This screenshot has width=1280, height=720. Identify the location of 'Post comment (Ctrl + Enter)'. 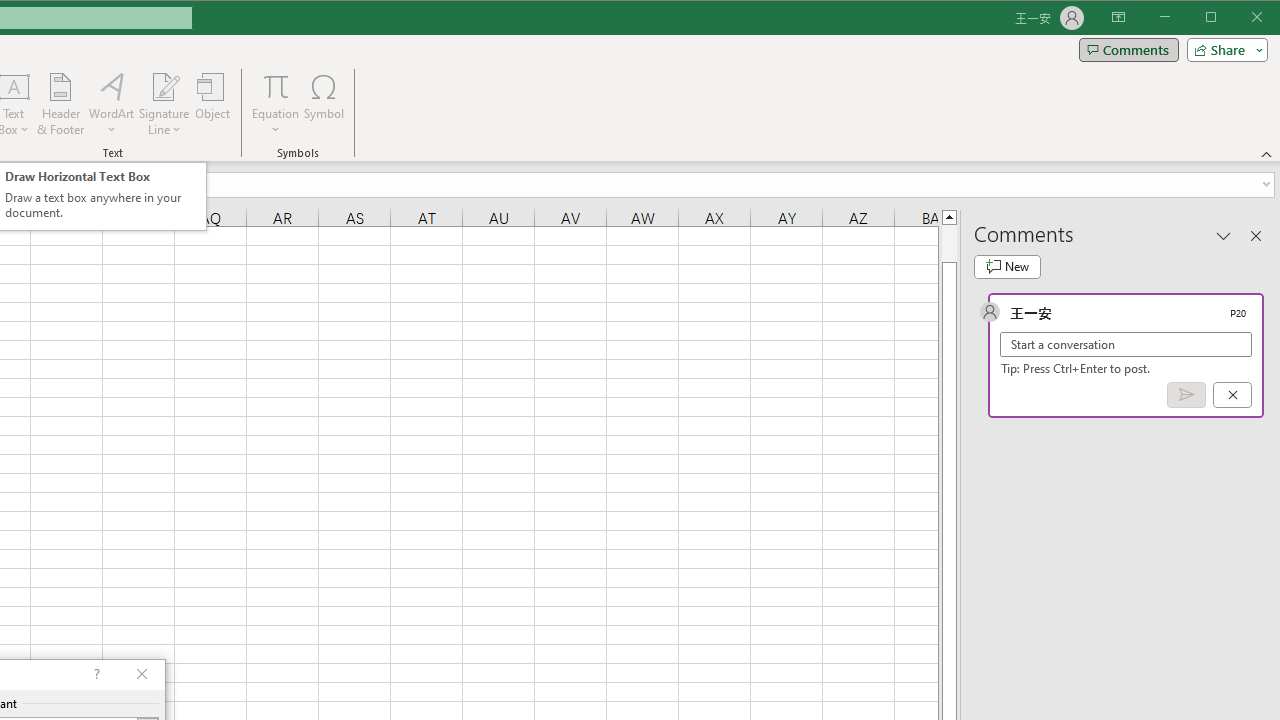
(1186, 395).